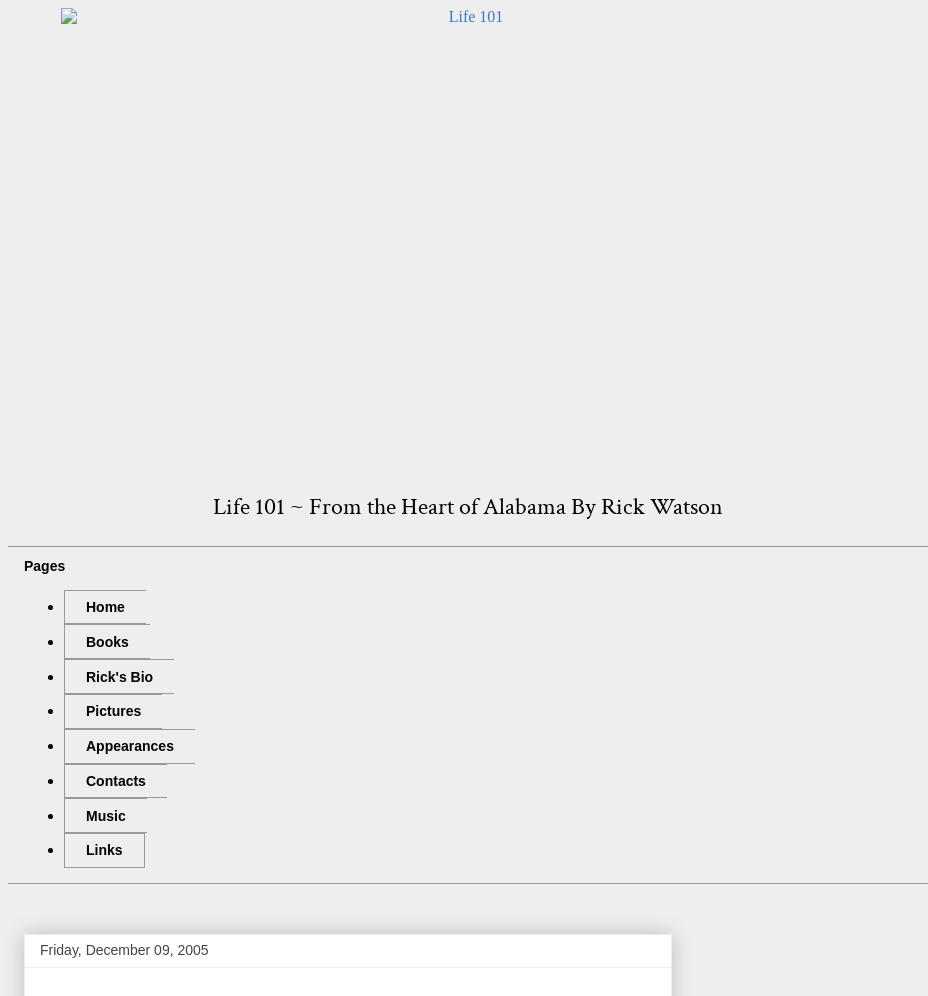 The width and height of the screenshot is (928, 996). What do you see at coordinates (123, 948) in the screenshot?
I see `'Friday, December 09, 2005'` at bounding box center [123, 948].